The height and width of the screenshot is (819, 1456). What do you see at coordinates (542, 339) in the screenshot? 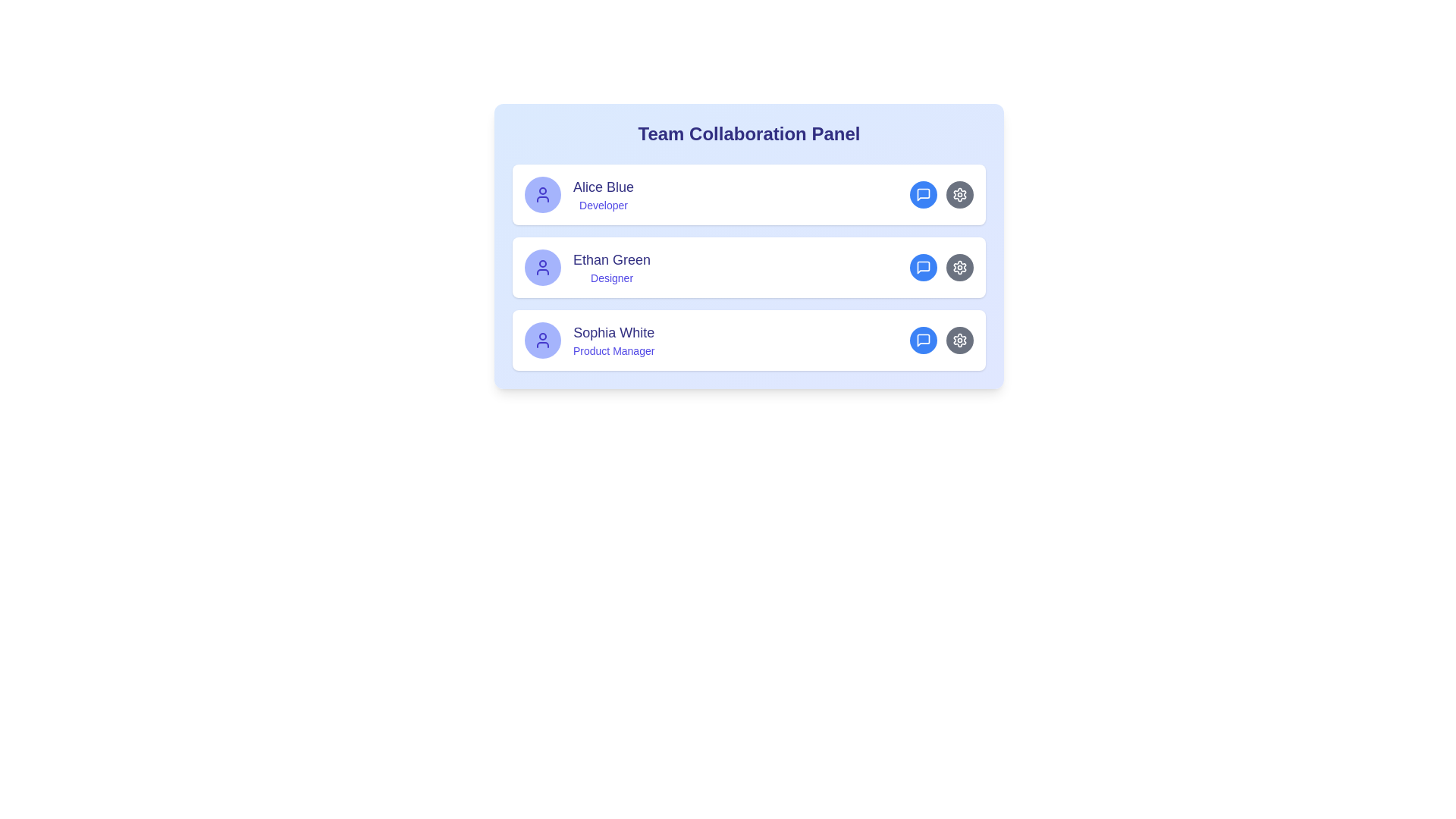
I see `the user icon for 'Sophia White, Product Manager', which is a circular icon with an indigo head and semi-circular body, located inside a light indigo background` at bounding box center [542, 339].